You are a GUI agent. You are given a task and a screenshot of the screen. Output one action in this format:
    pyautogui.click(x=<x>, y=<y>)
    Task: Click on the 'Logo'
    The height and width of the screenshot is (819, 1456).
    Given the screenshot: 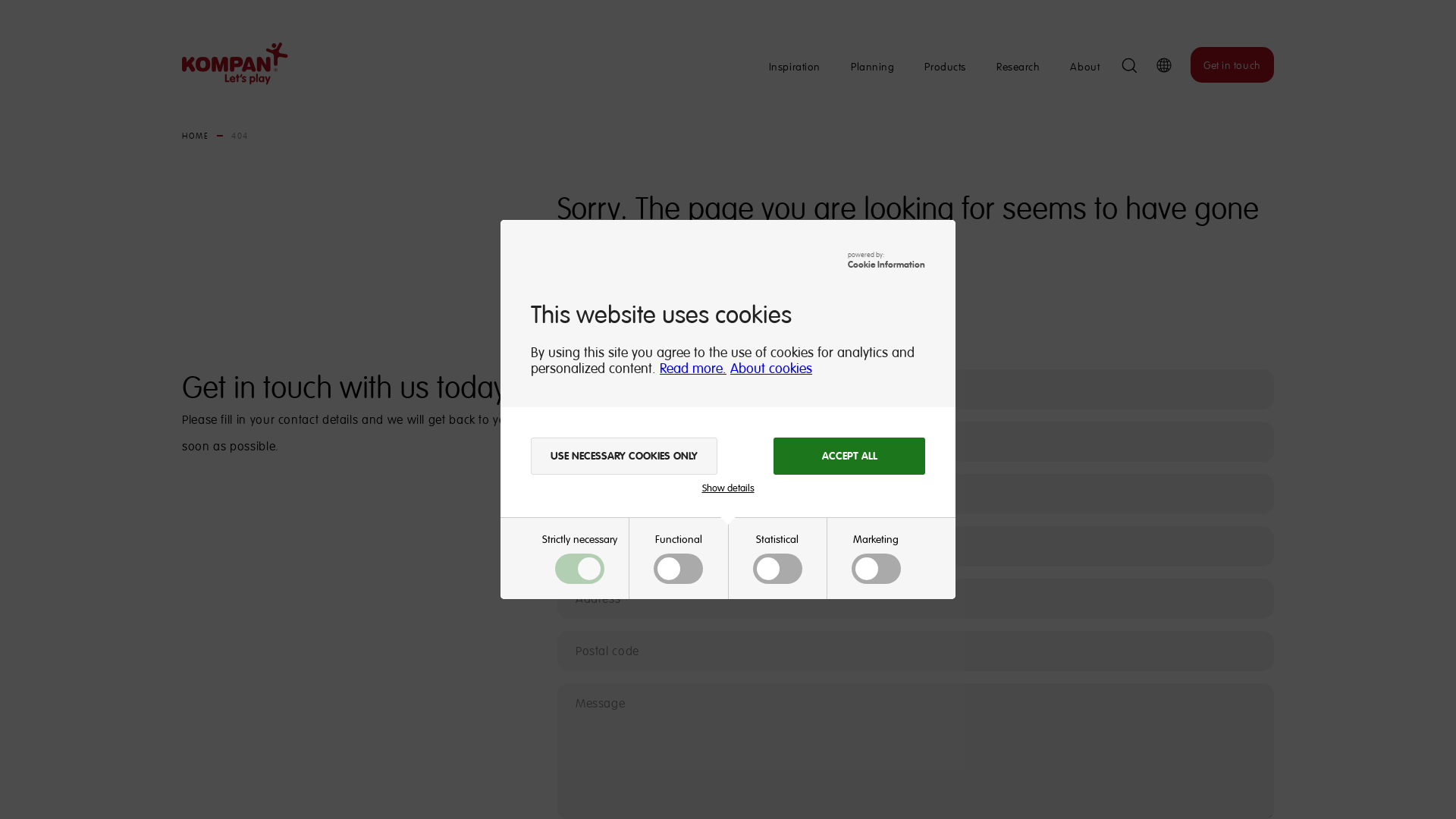 What is the action you would take?
    pyautogui.click(x=228, y=63)
    